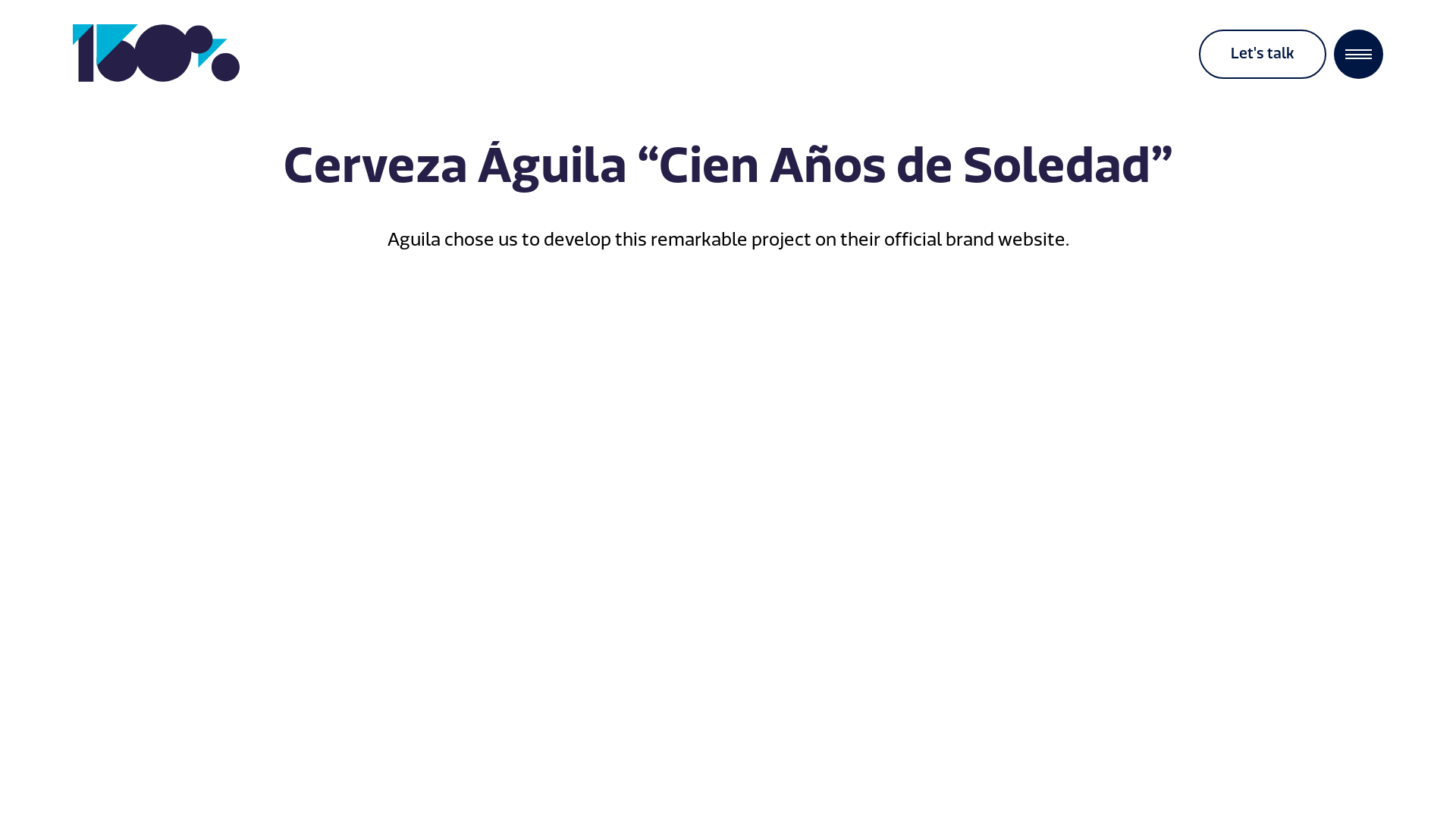  What do you see at coordinates (1263, 53) in the screenshot?
I see `'Let's talk'` at bounding box center [1263, 53].